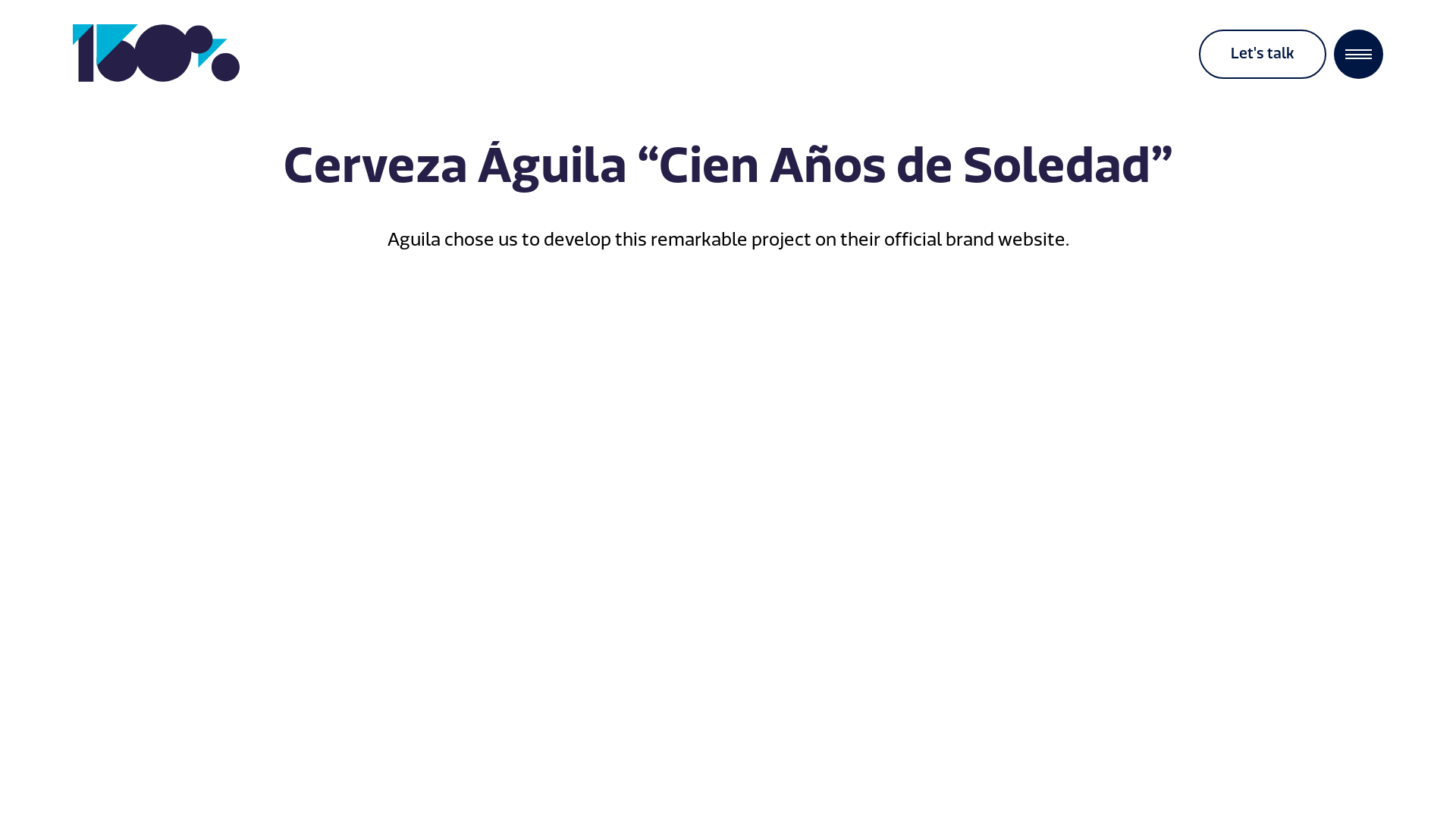  What do you see at coordinates (1263, 53) in the screenshot?
I see `'Let's talk'` at bounding box center [1263, 53].